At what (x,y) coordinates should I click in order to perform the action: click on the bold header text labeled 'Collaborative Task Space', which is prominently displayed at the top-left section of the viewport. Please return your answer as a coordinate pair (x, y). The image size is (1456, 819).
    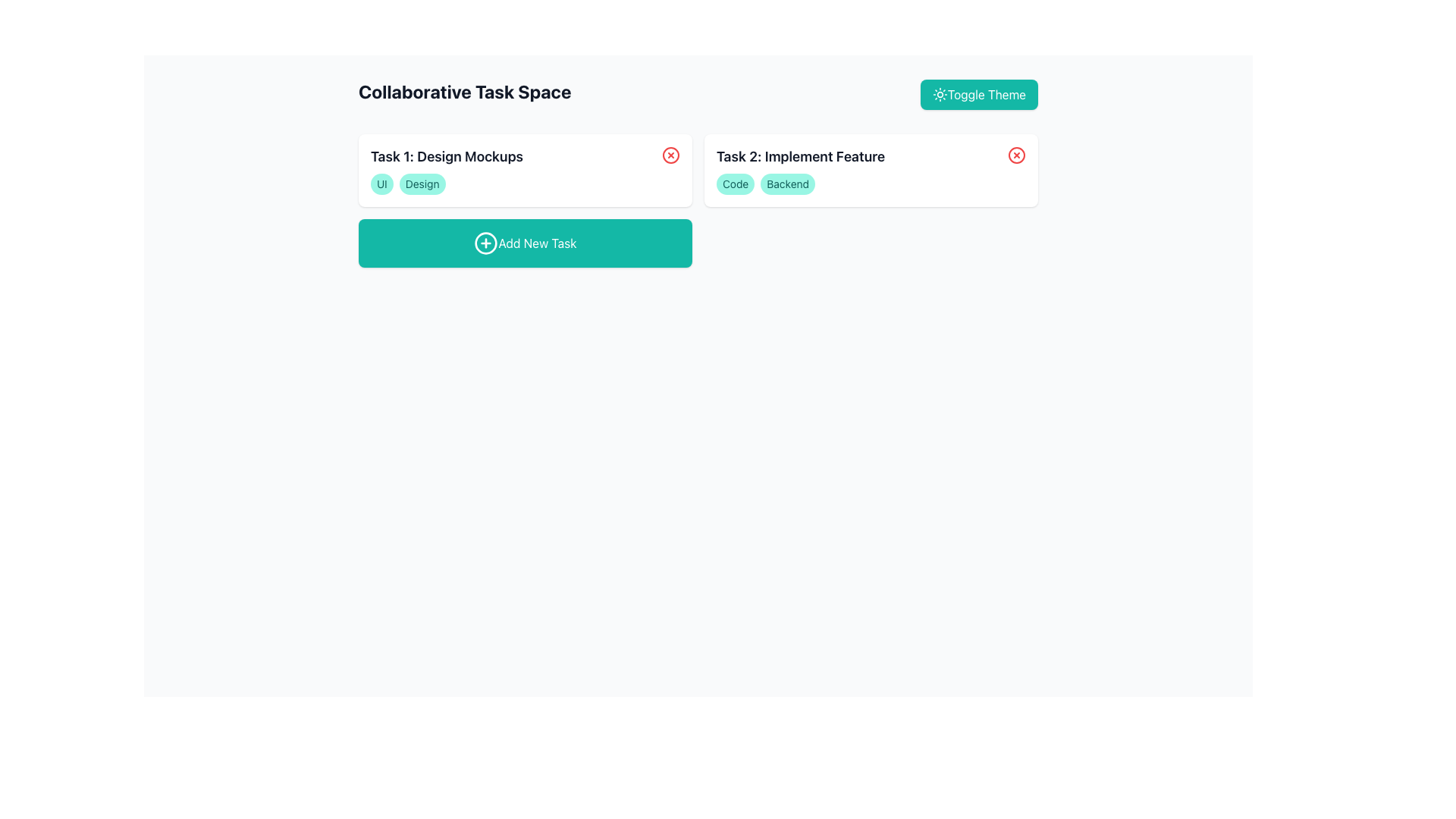
    Looking at the image, I should click on (464, 94).